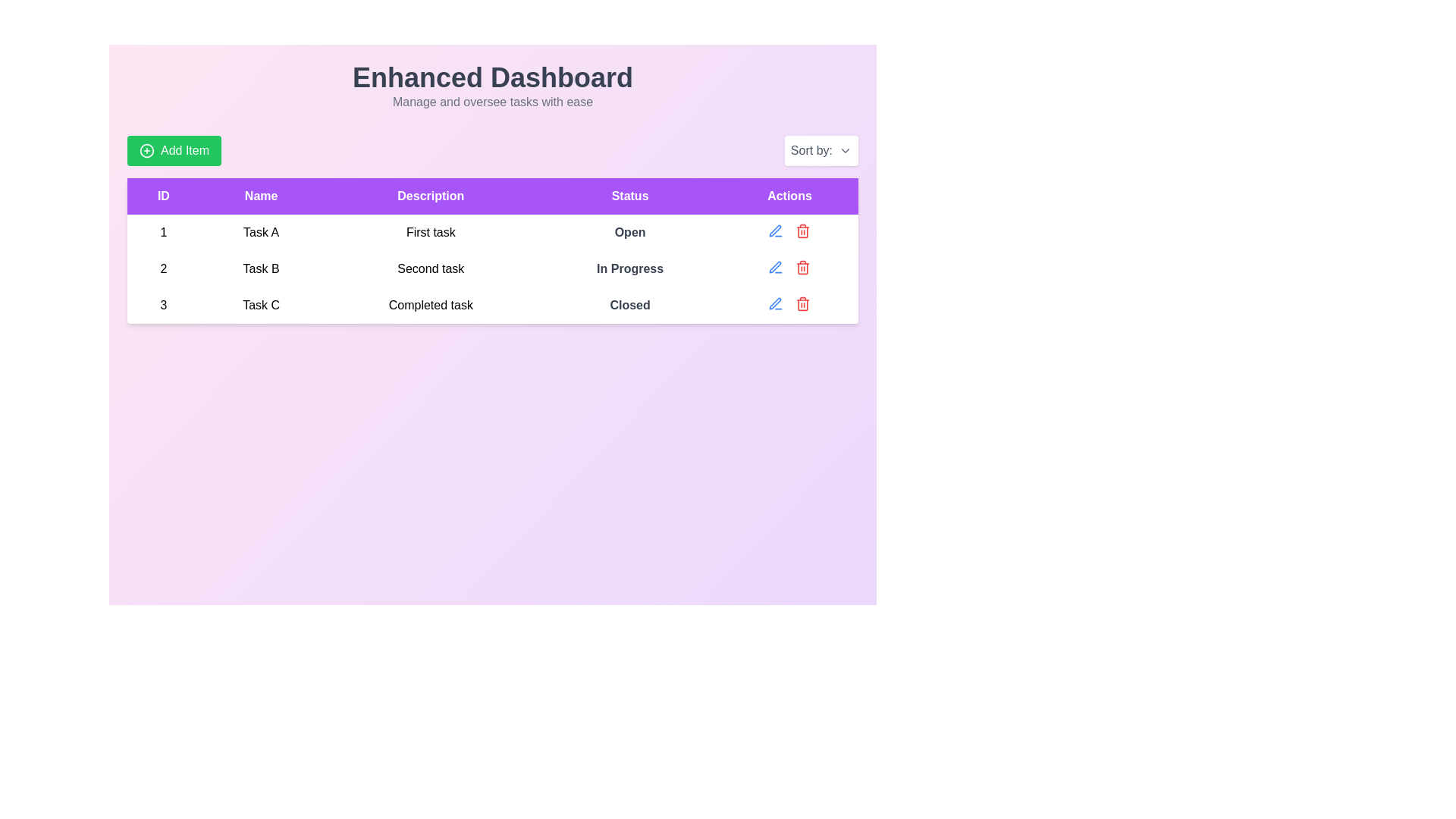 Image resolution: width=1456 pixels, height=819 pixels. What do you see at coordinates (775, 231) in the screenshot?
I see `the edit icon button depicting a pen symbol located in the 'Actions' column of the third row for the task 'Task C'` at bounding box center [775, 231].